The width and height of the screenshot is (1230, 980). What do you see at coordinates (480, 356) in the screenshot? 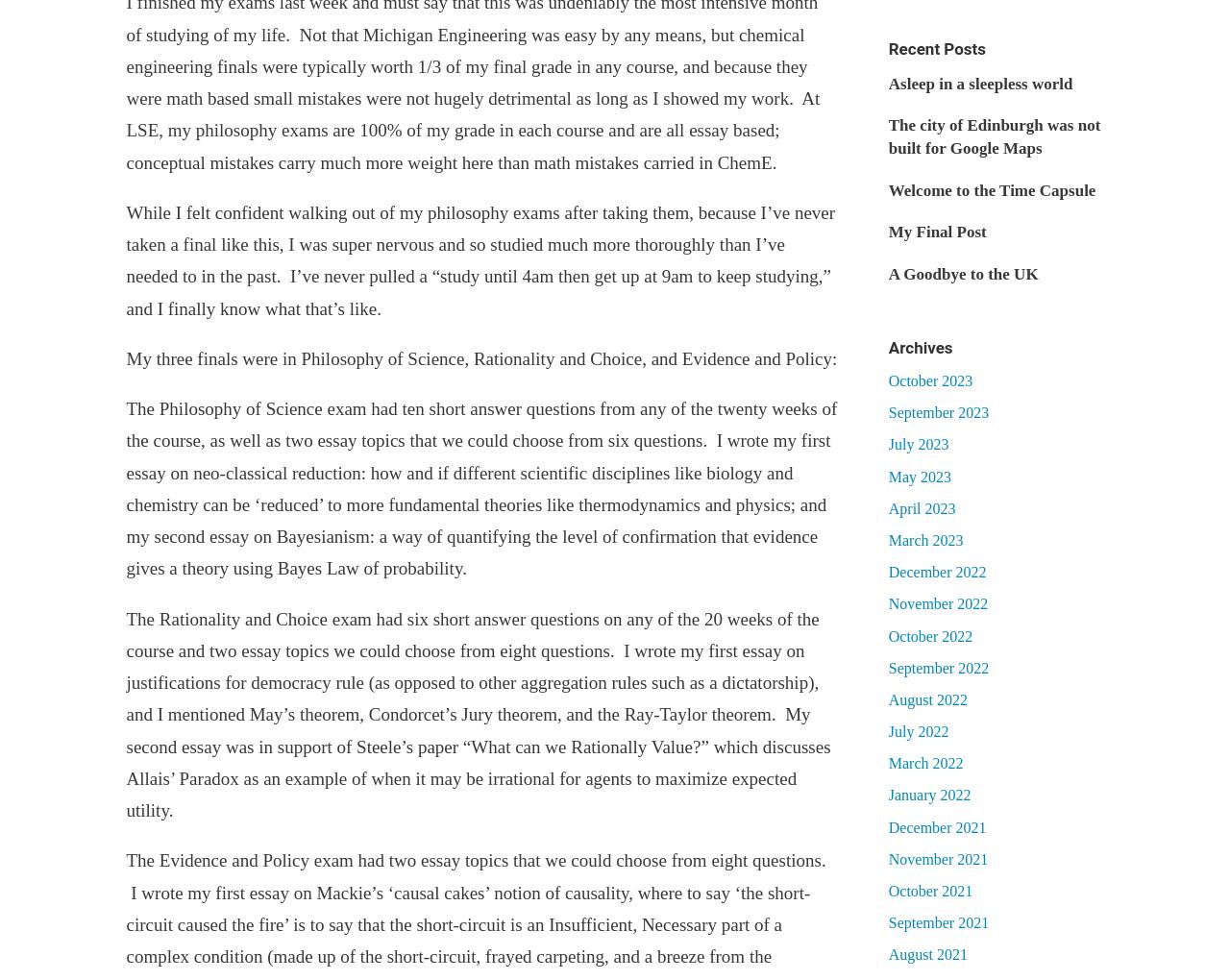
I see `'My three finals were in Philosophy of Science, Rationality and Choice, and Evidence and Policy:'` at bounding box center [480, 356].